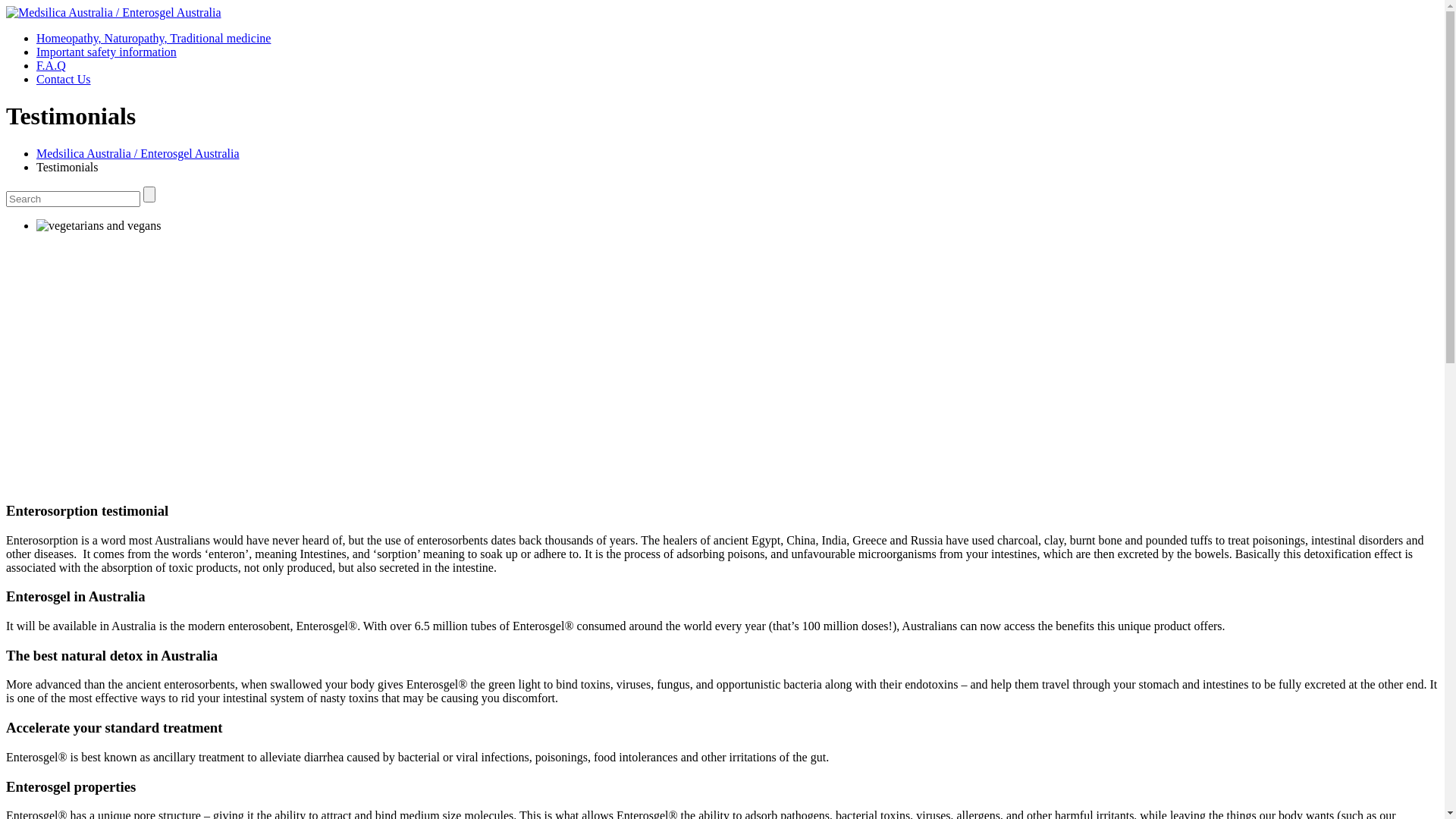  What do you see at coordinates (51, 64) in the screenshot?
I see `'F.A.Q'` at bounding box center [51, 64].